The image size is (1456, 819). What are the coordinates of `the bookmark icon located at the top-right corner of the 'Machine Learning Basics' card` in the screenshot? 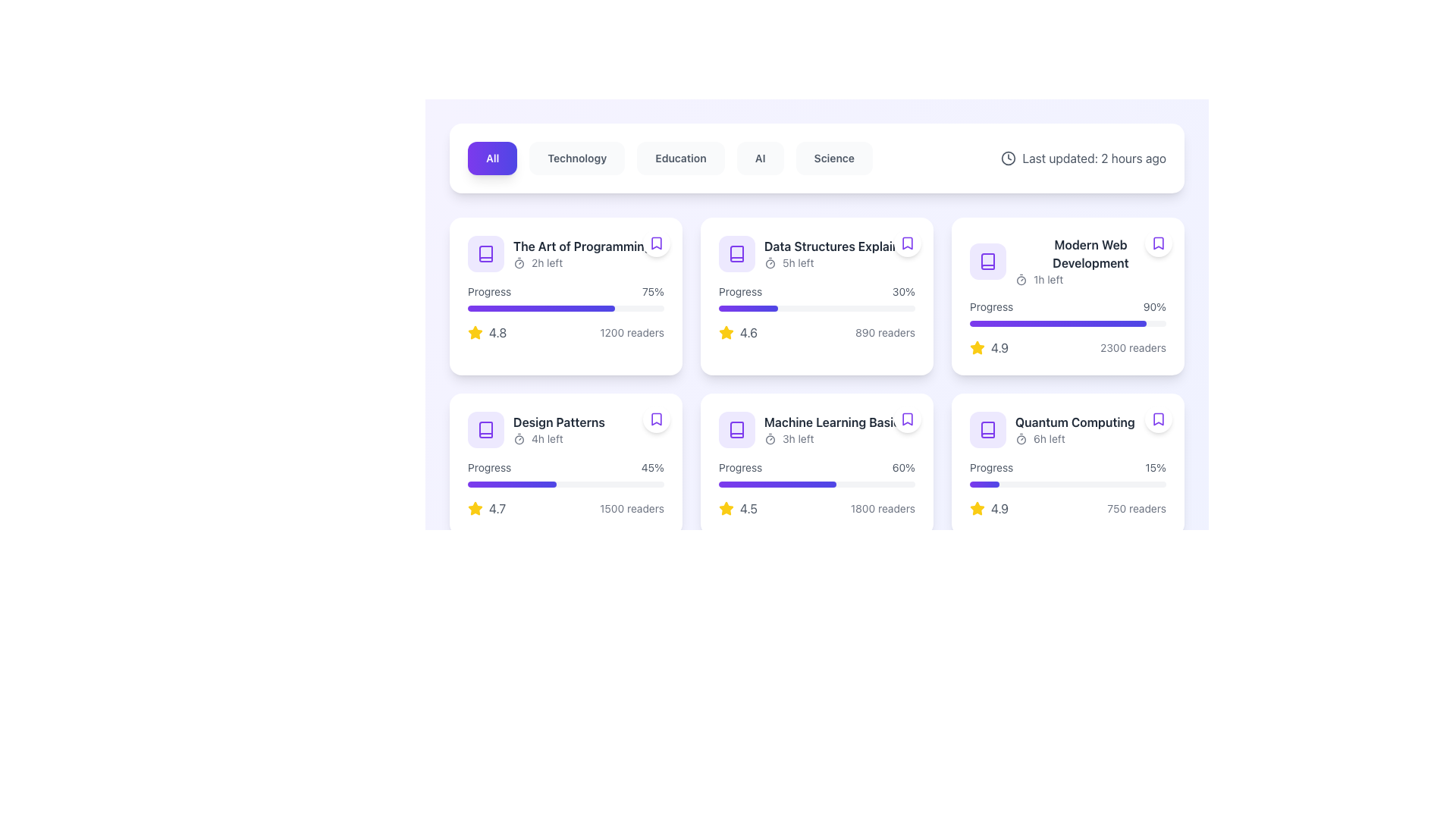 It's located at (907, 419).